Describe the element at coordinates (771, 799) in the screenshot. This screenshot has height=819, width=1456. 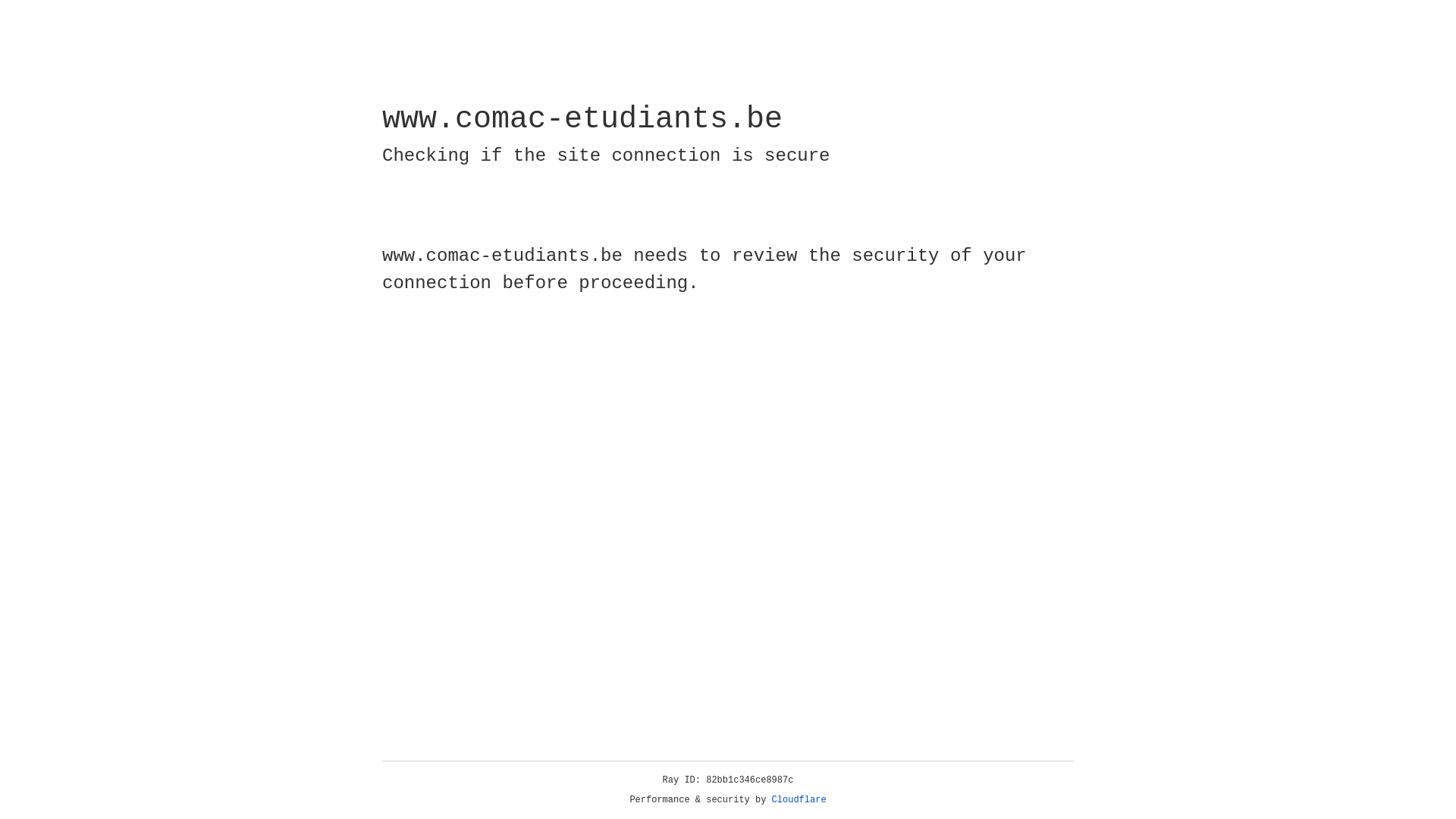
I see `'Cloudflare'` at that location.